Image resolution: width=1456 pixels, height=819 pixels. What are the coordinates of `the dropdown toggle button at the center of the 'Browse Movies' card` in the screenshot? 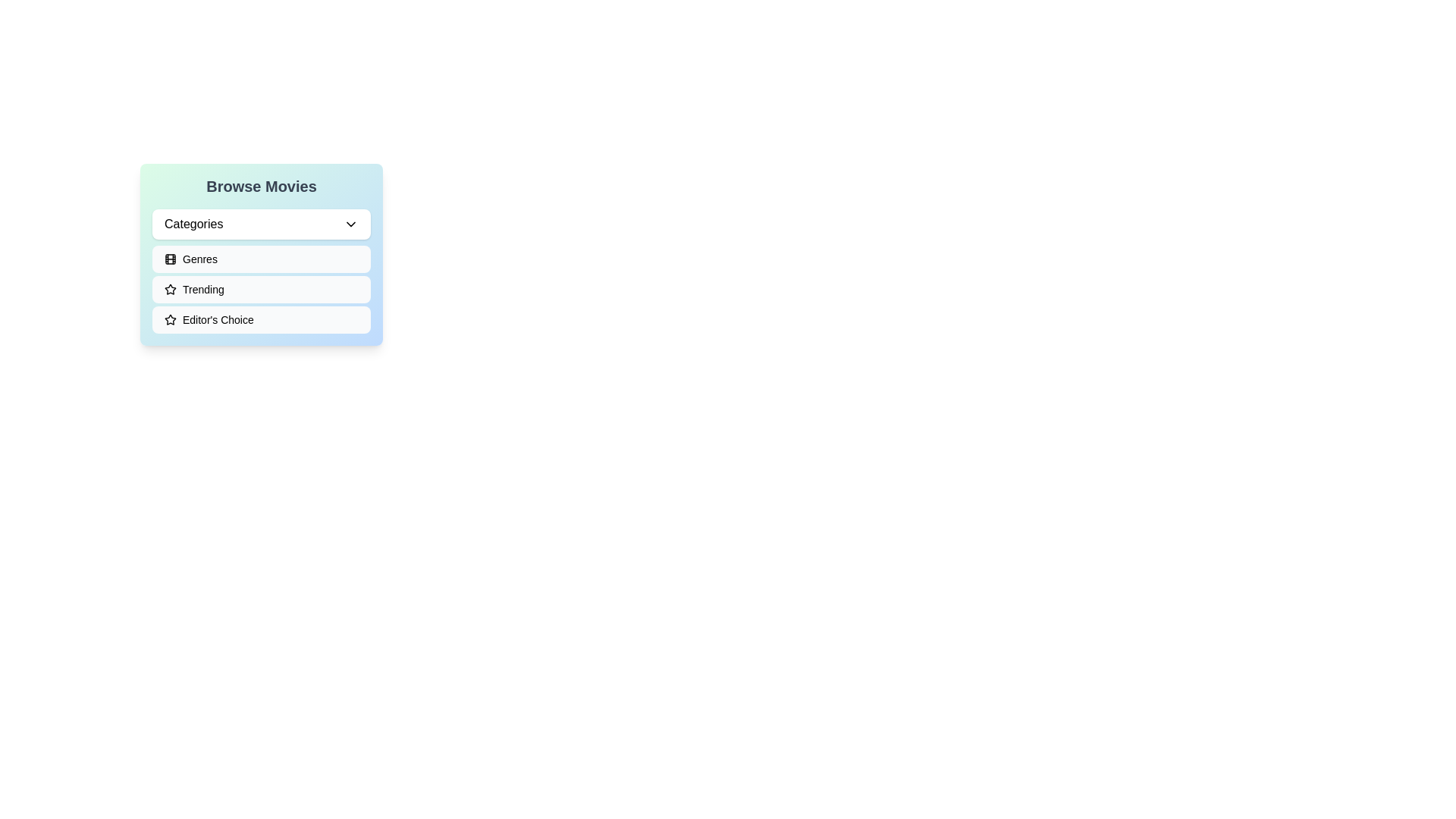 It's located at (262, 224).